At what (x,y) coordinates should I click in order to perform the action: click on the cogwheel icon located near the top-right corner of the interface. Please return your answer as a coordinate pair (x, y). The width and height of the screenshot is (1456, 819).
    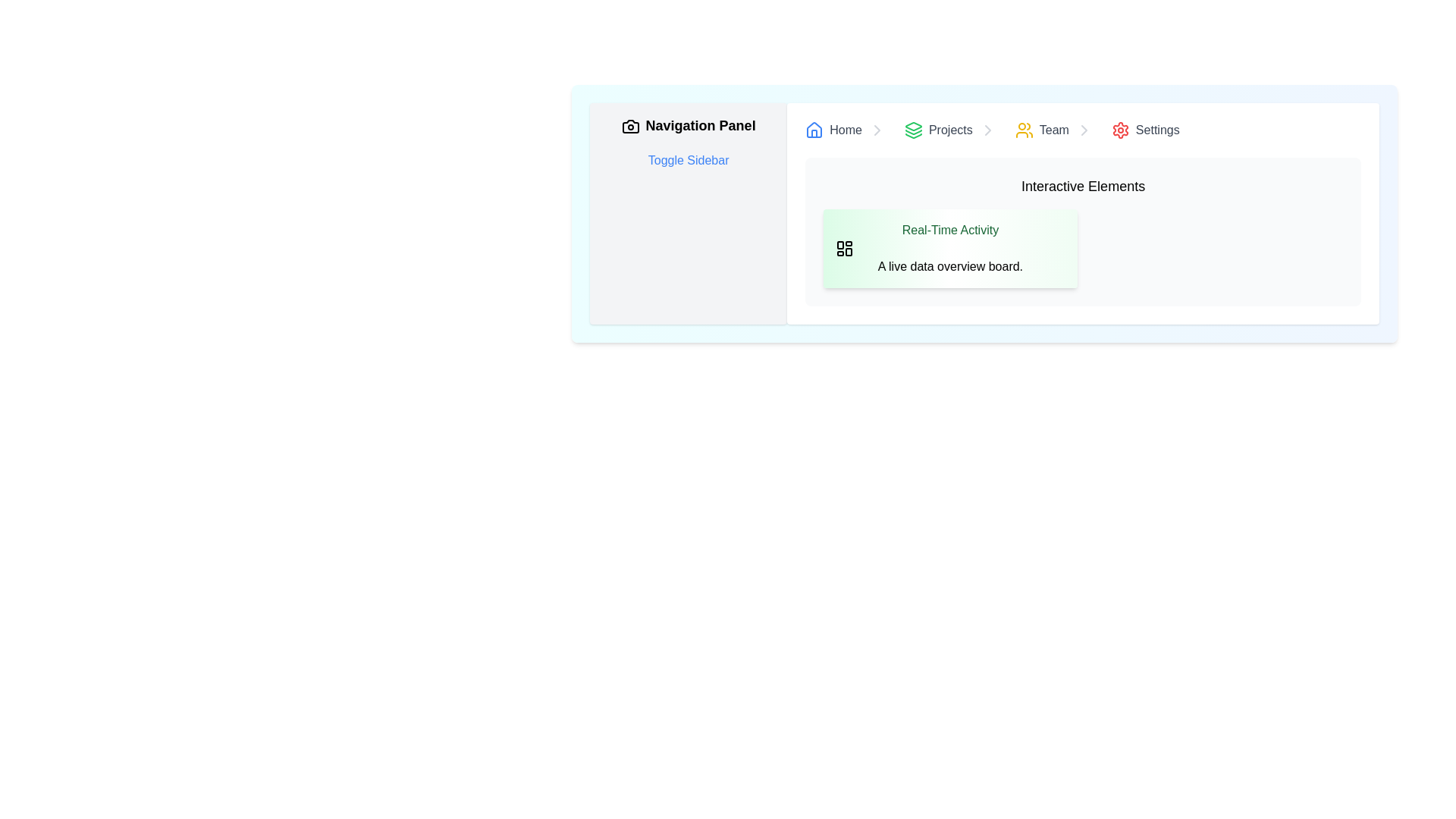
    Looking at the image, I should click on (1120, 130).